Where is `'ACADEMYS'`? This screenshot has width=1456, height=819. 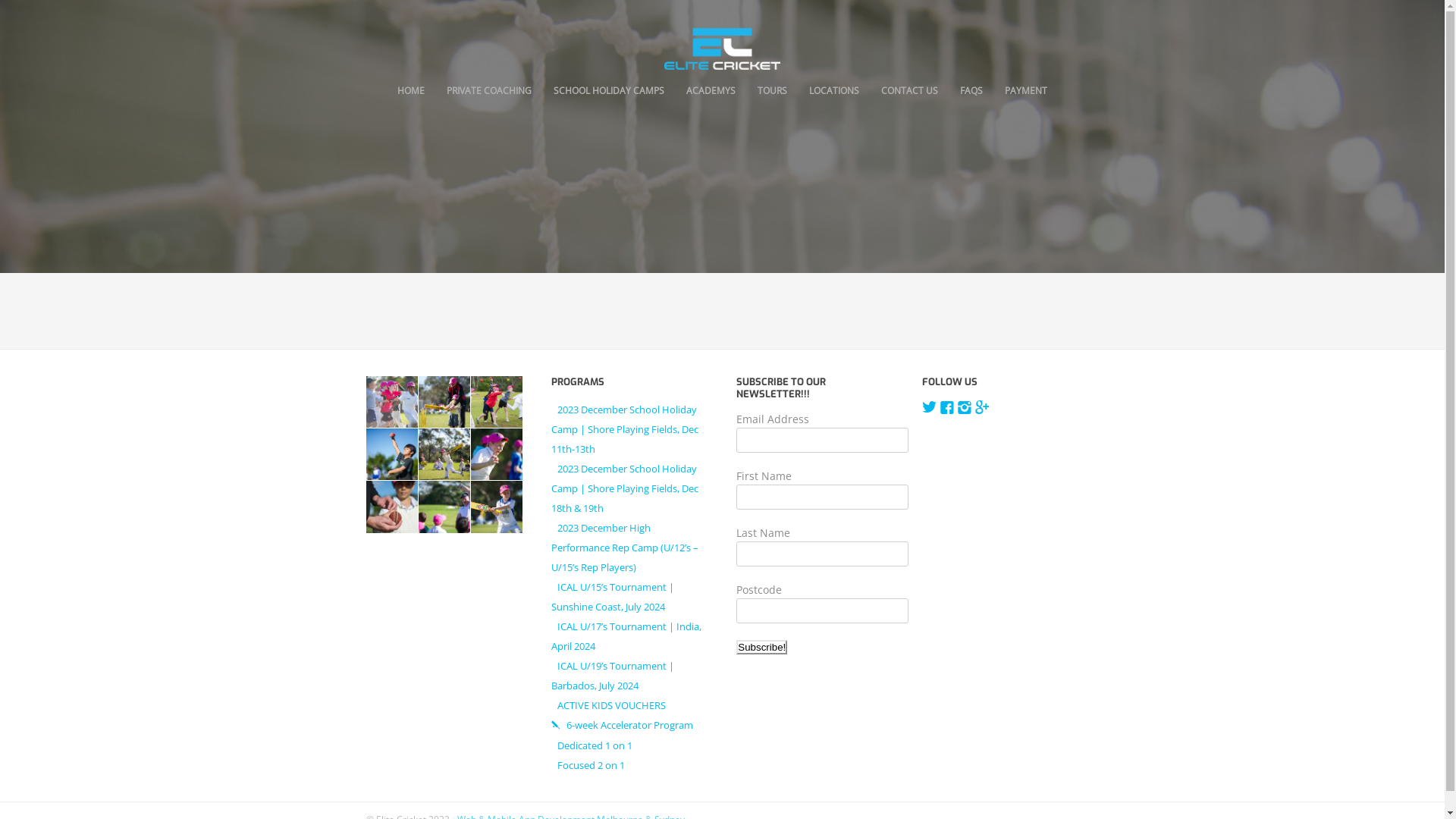 'ACADEMYS' is located at coordinates (686, 90).